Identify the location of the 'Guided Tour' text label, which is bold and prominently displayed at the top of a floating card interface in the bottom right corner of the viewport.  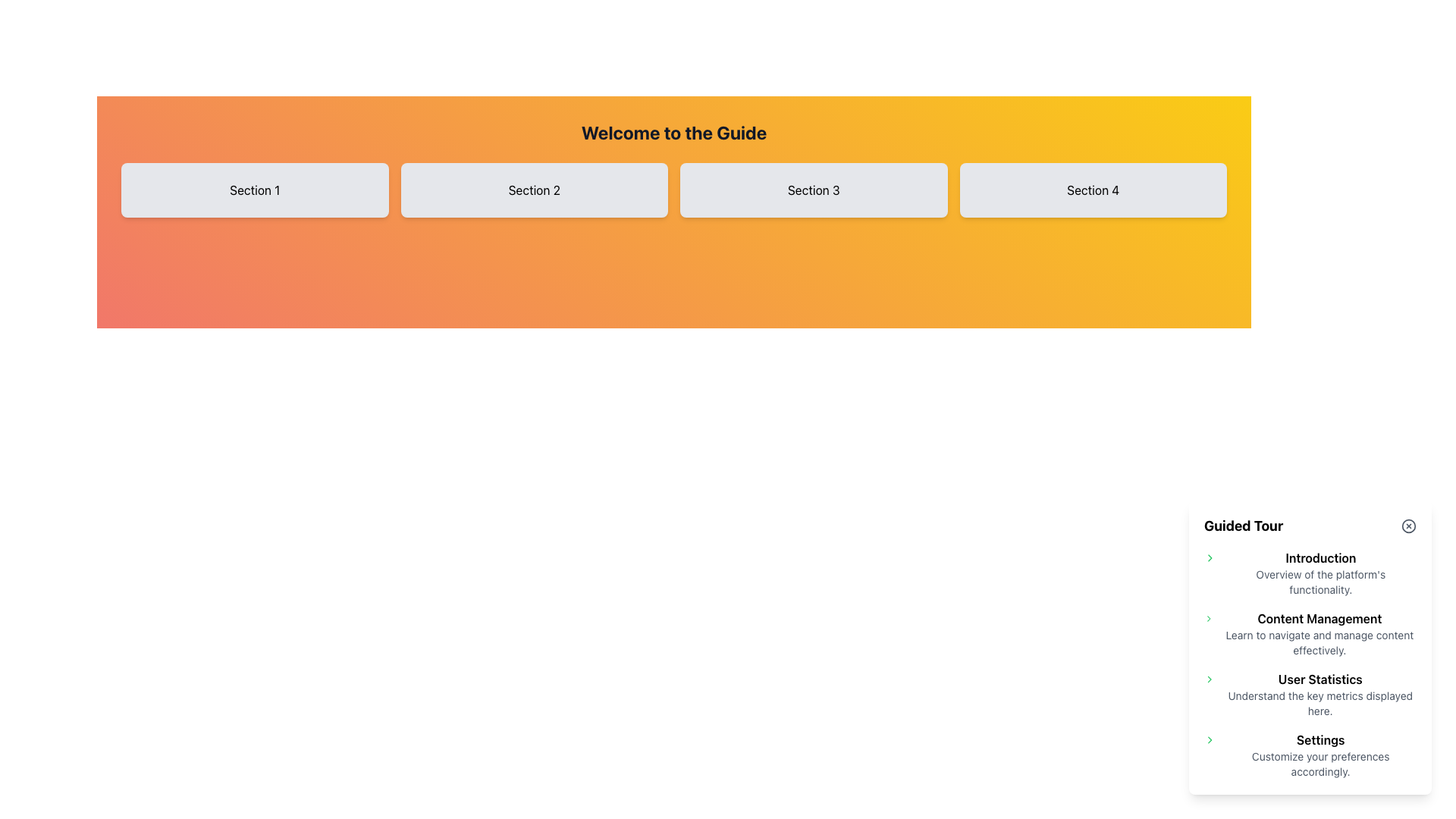
(1244, 526).